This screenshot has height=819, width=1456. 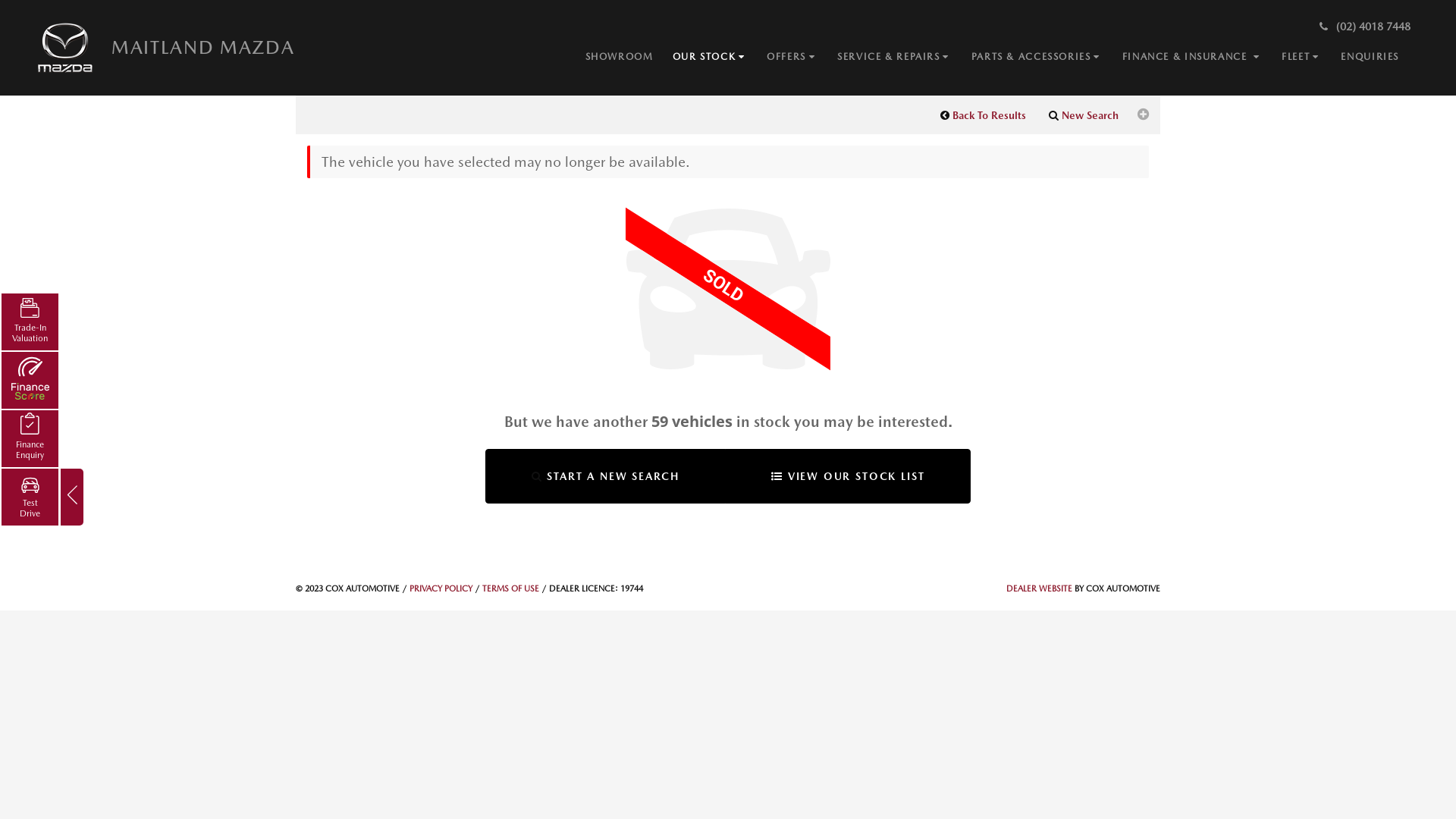 I want to click on 'Back To Results', so click(x=983, y=114).